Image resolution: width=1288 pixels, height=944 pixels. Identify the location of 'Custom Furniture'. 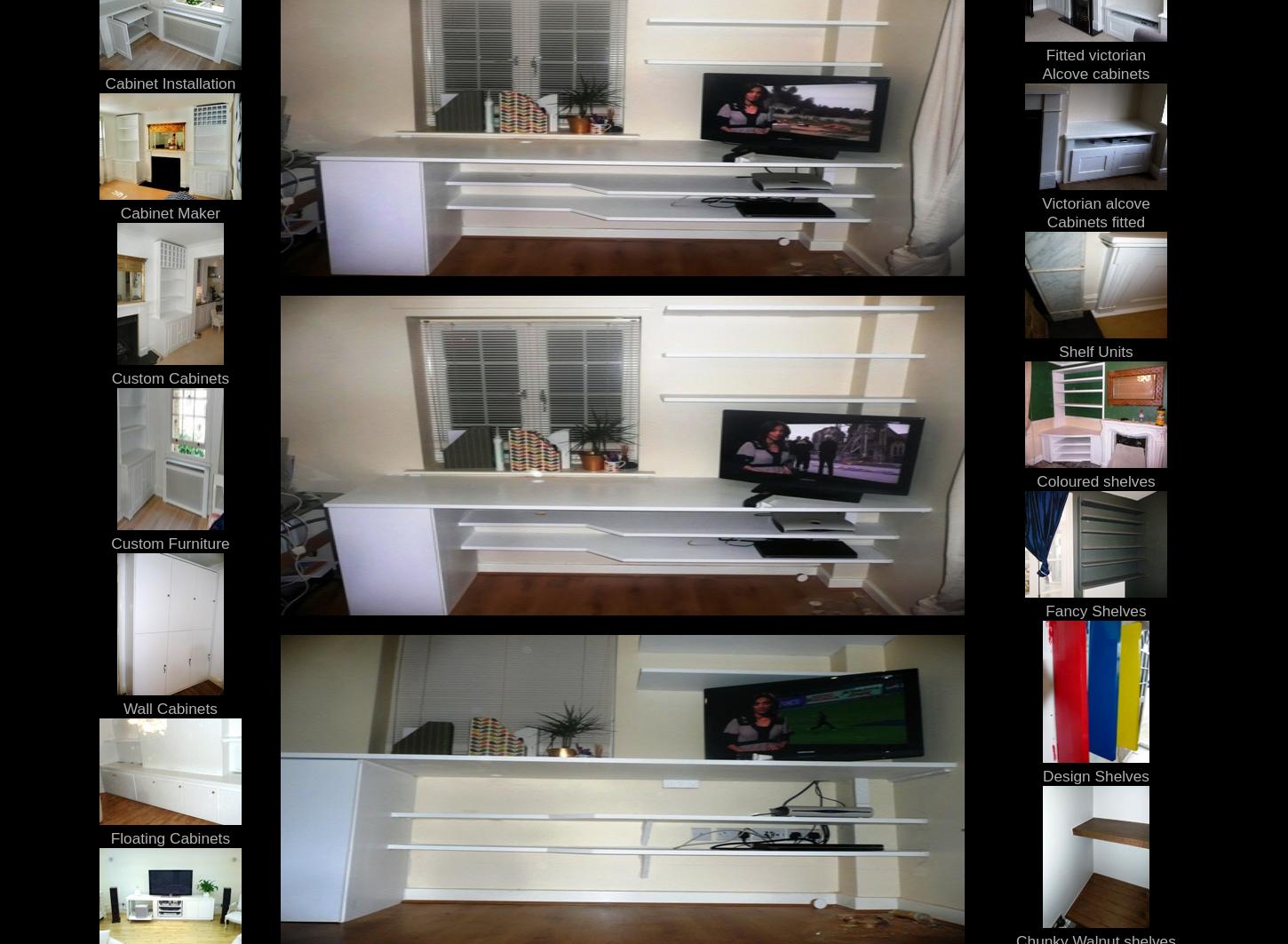
(169, 542).